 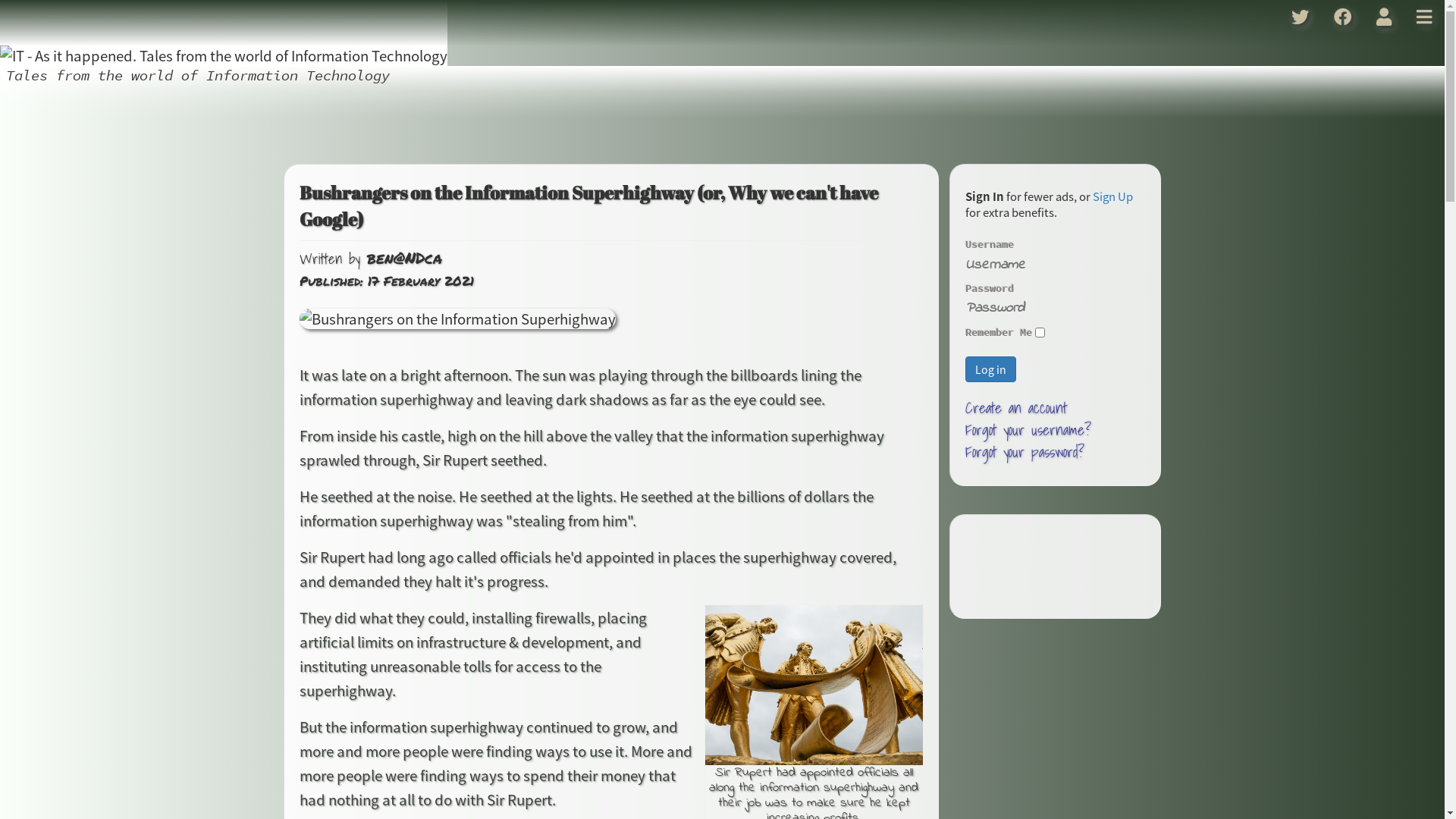 What do you see at coordinates (1343, 17) in the screenshot?
I see `'Join us on Facebook'` at bounding box center [1343, 17].